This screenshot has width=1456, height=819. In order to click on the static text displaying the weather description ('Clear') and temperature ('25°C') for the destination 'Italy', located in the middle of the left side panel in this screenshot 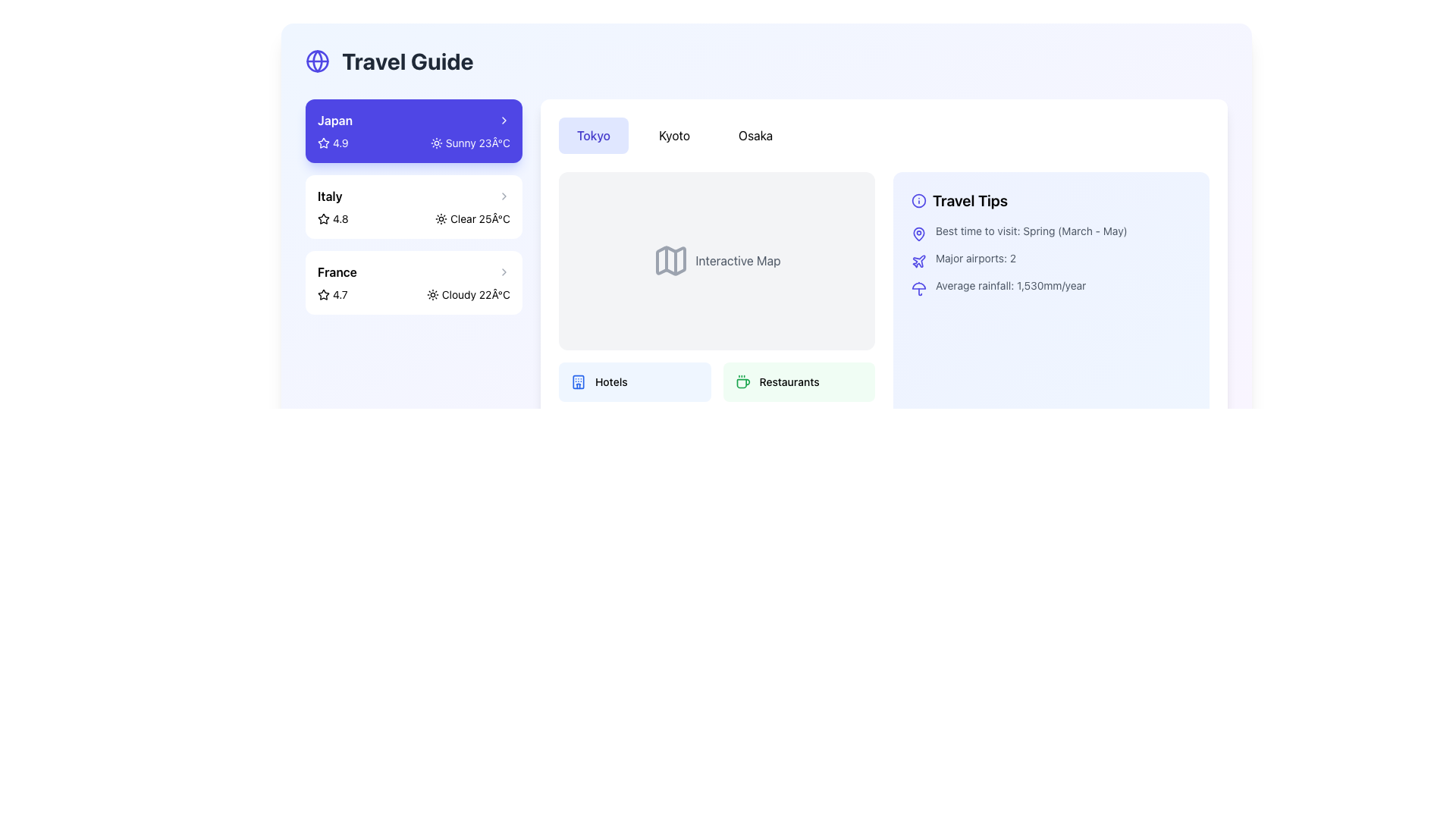, I will do `click(479, 219)`.